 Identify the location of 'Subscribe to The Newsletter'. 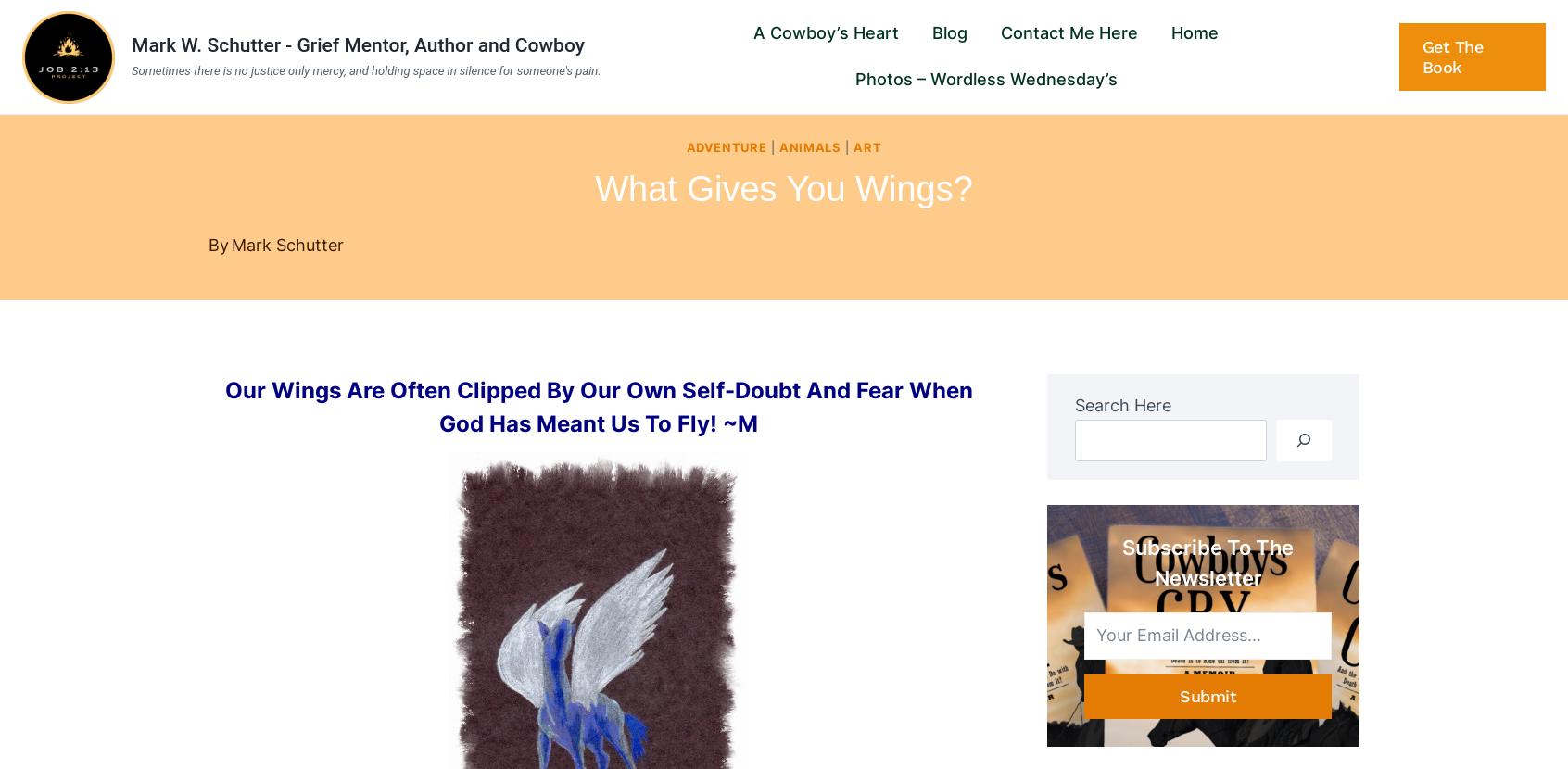
(1207, 561).